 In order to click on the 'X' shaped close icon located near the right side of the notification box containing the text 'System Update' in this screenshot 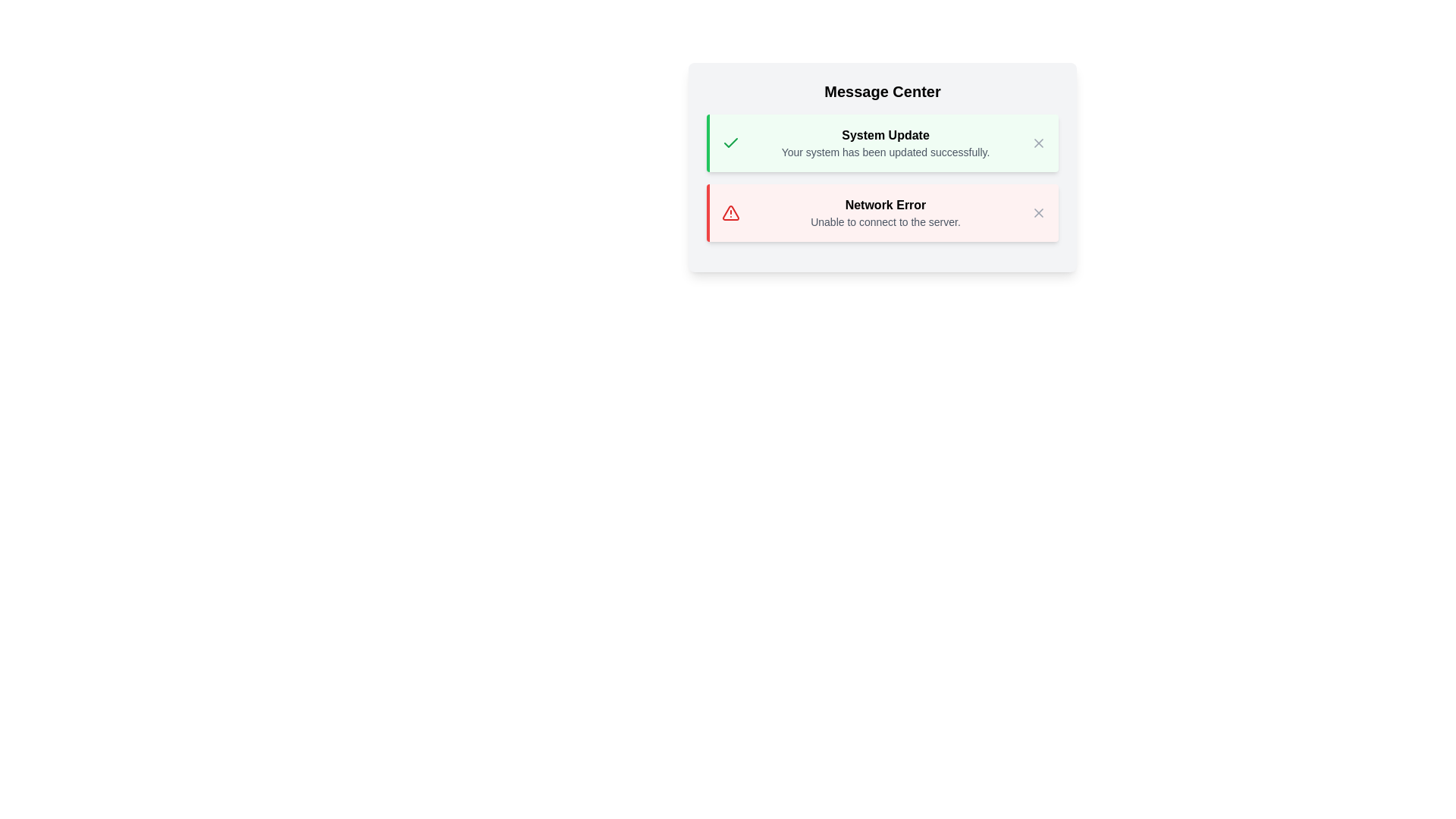, I will do `click(1037, 143)`.